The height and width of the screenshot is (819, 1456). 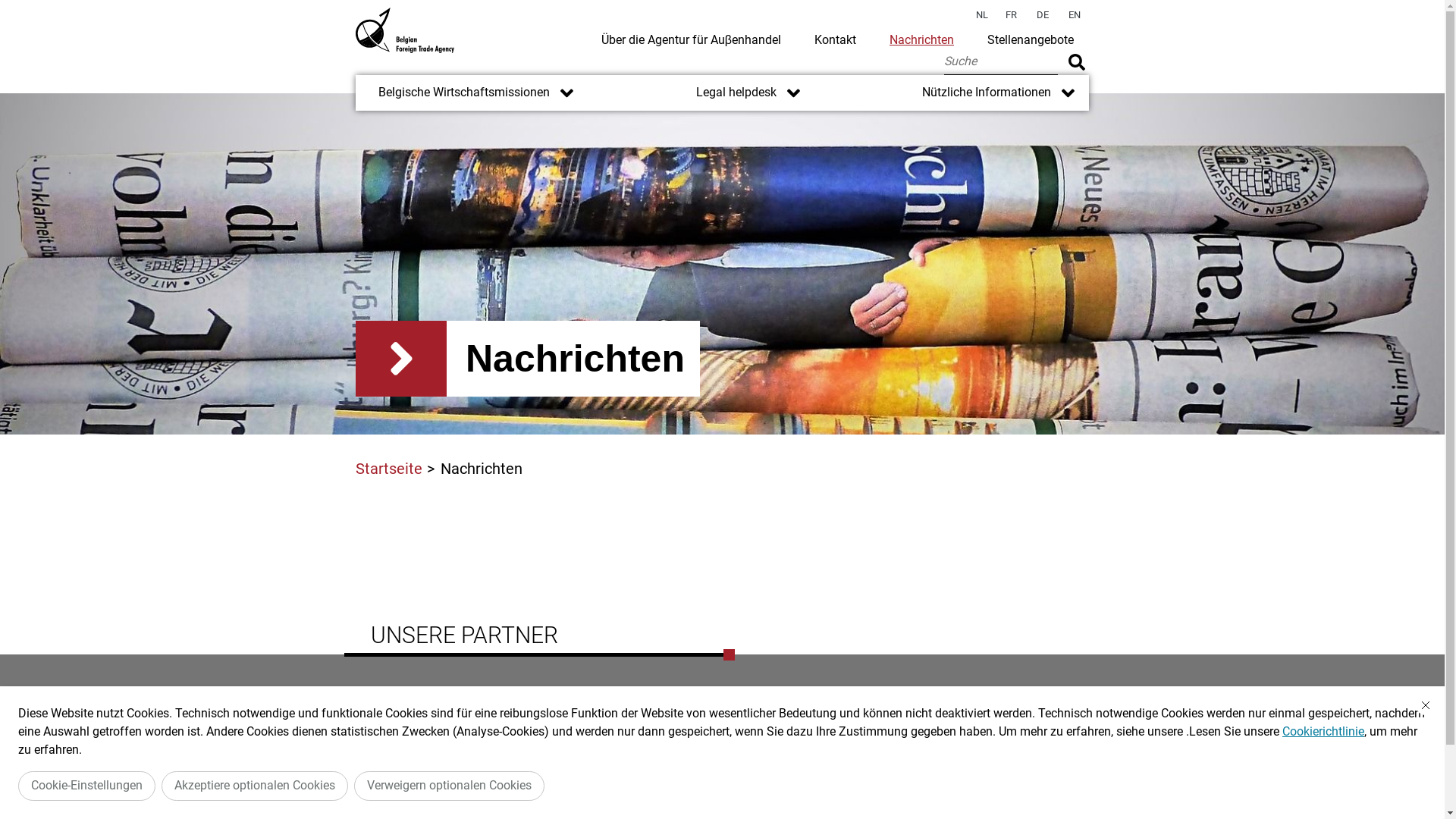 What do you see at coordinates (1030, 39) in the screenshot?
I see `'Stellenangebote'` at bounding box center [1030, 39].